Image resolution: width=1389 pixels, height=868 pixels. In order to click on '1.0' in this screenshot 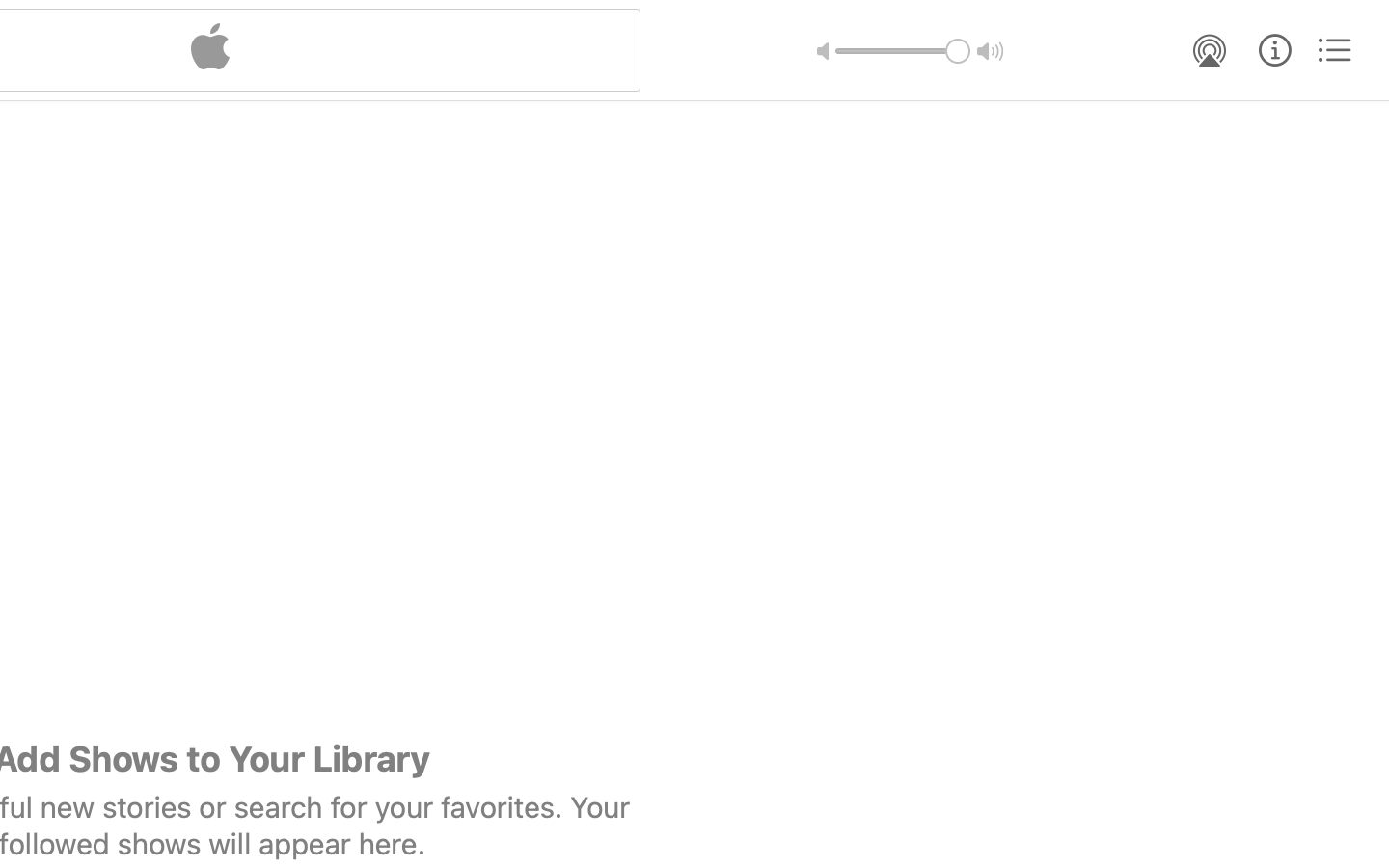, I will do `click(903, 50)`.